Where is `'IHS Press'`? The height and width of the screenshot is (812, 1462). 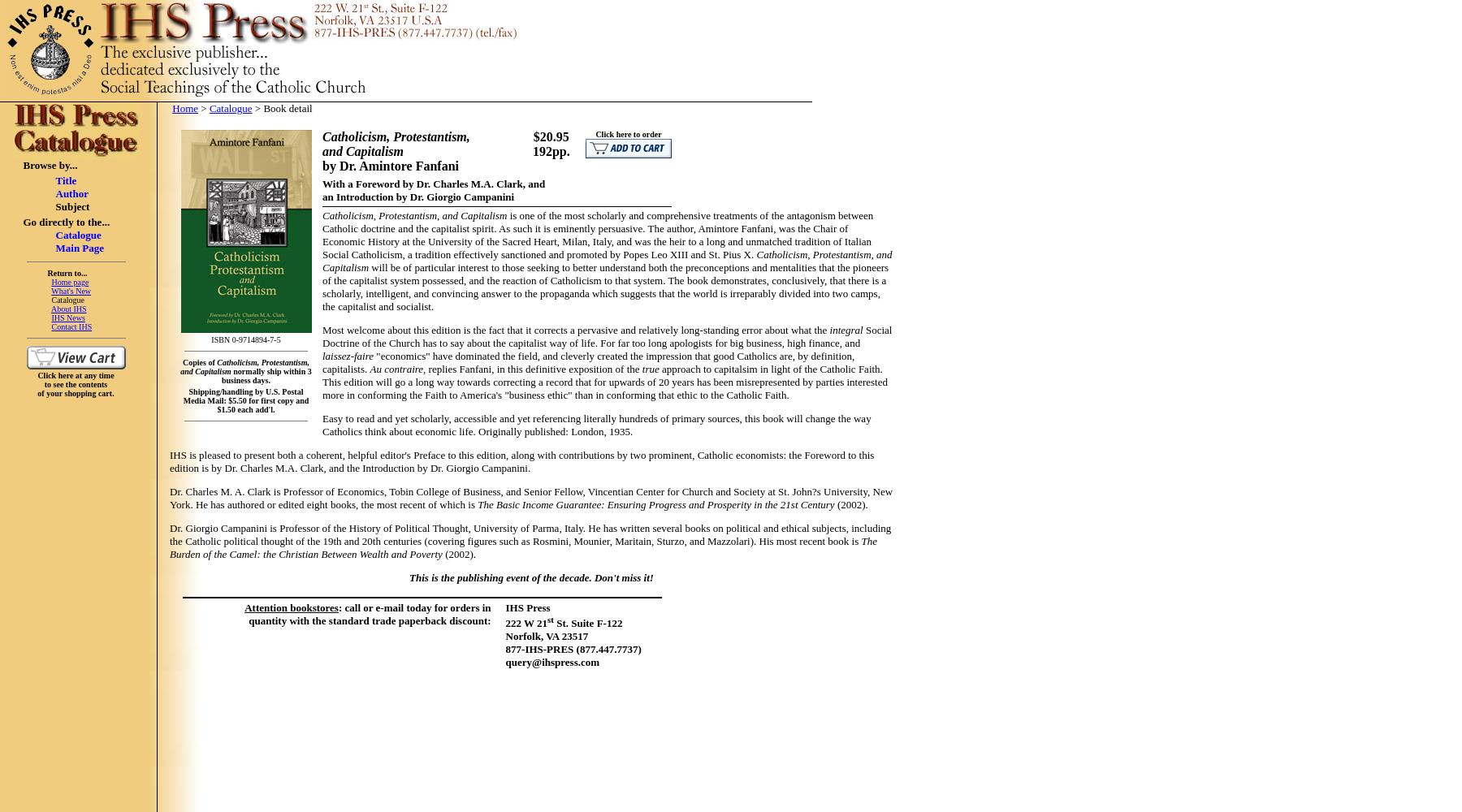
'IHS Press' is located at coordinates (527, 607).